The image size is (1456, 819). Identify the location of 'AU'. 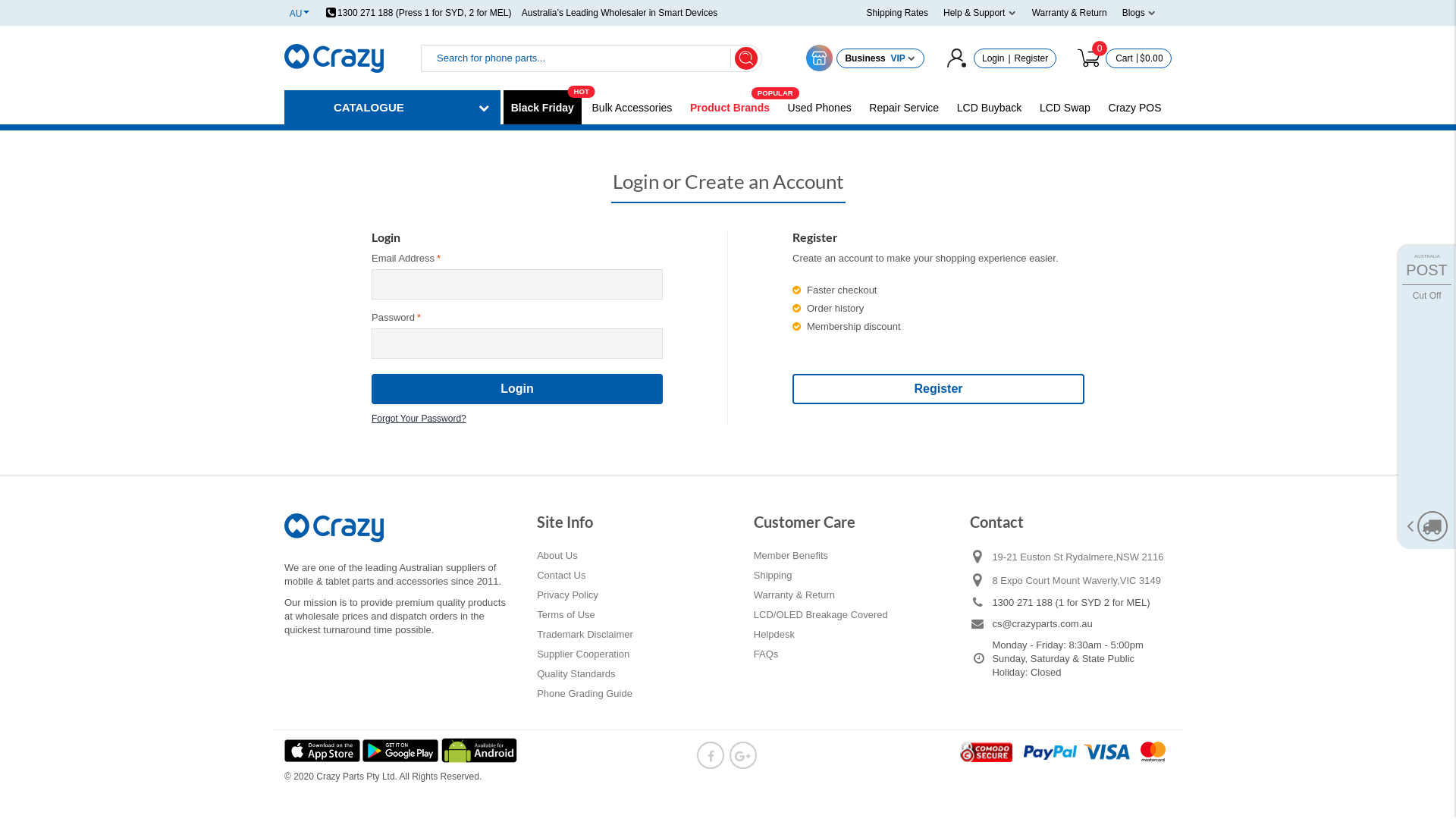
(290, 12).